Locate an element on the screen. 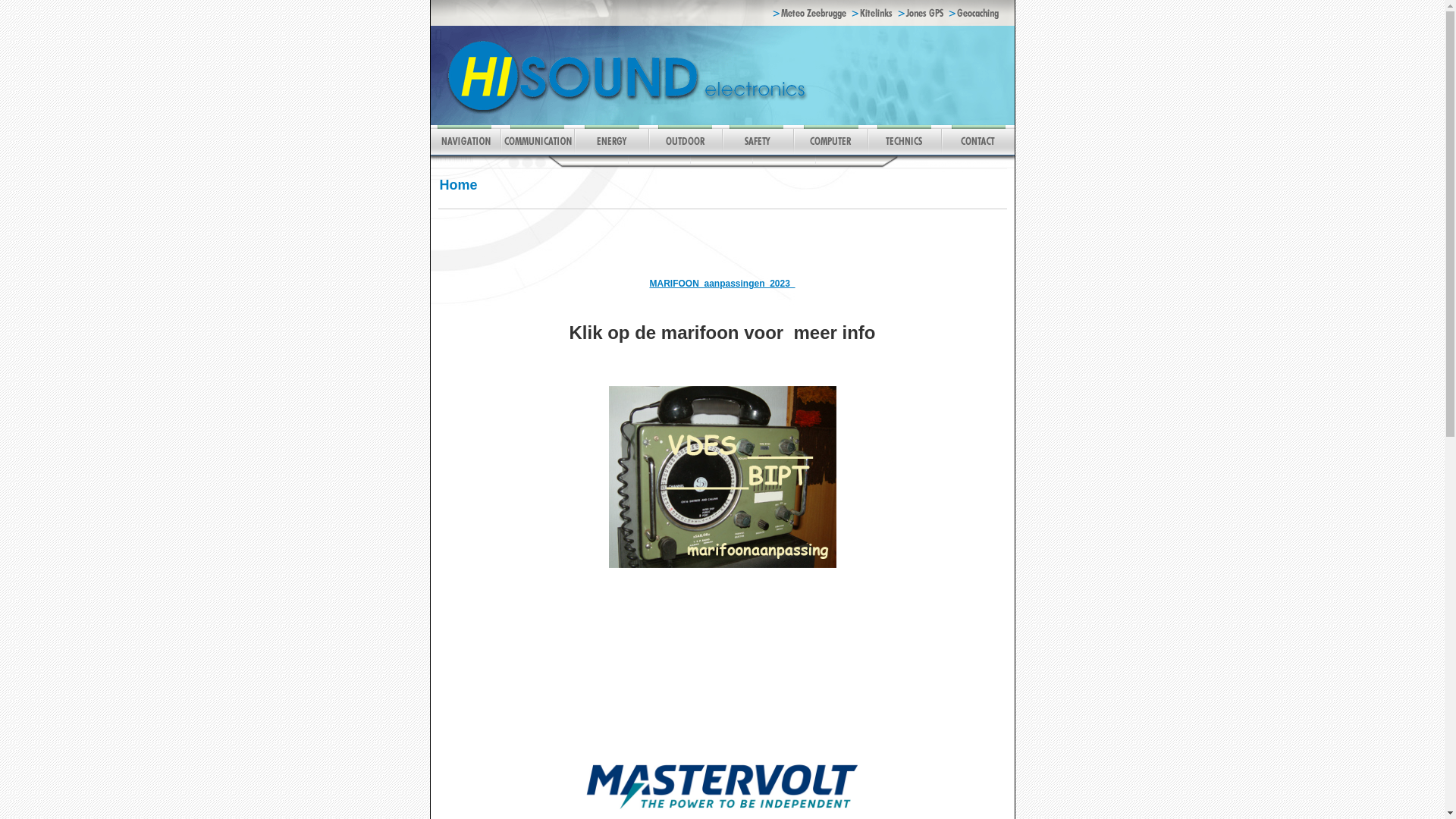 The image size is (1456, 819). 'Communication' is located at coordinates (500, 152).